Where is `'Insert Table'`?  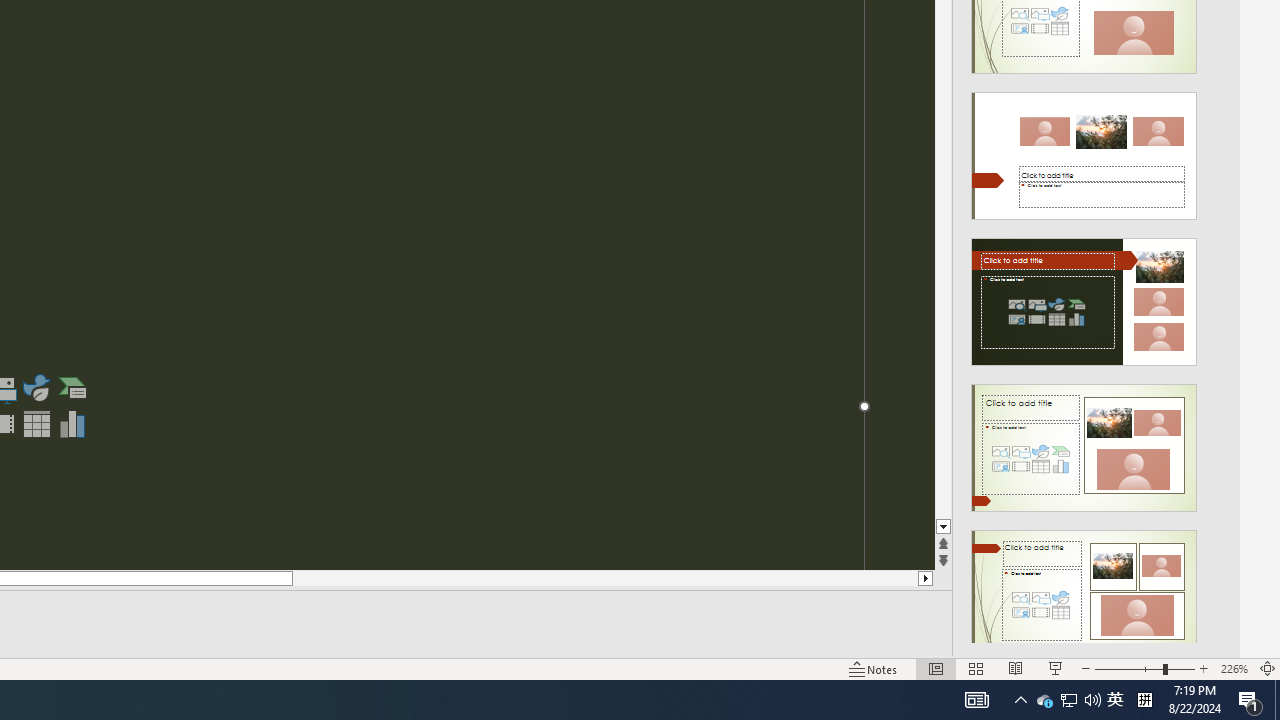 'Insert Table' is located at coordinates (36, 423).